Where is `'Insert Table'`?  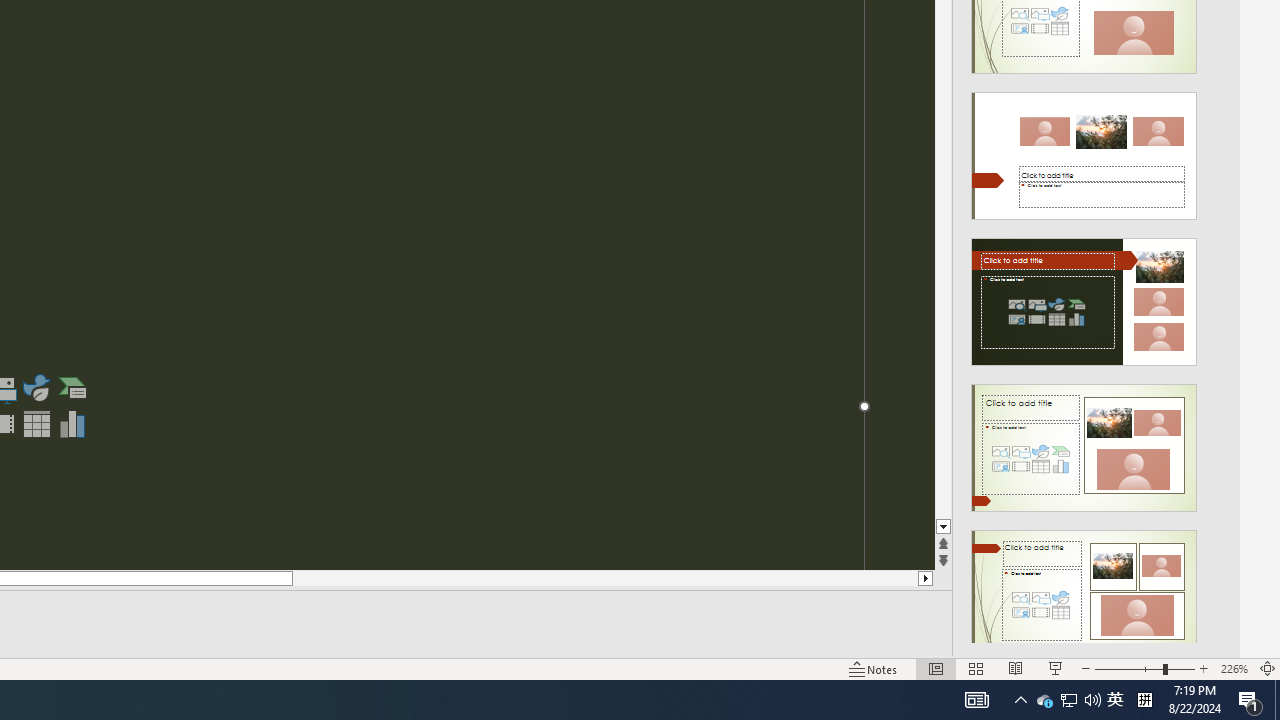 'Insert Table' is located at coordinates (36, 423).